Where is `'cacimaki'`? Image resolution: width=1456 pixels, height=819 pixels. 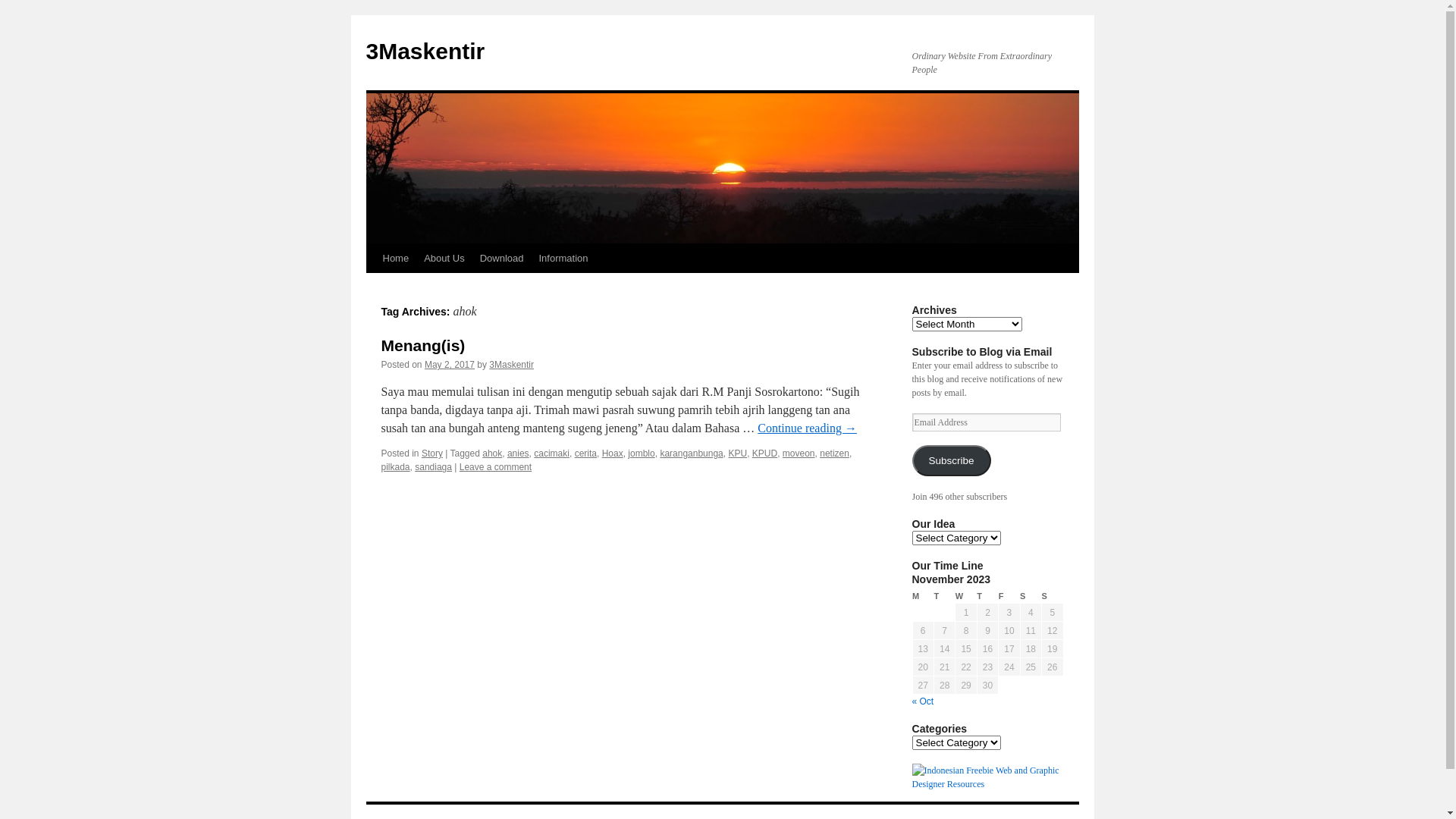
'cacimaki' is located at coordinates (534, 452).